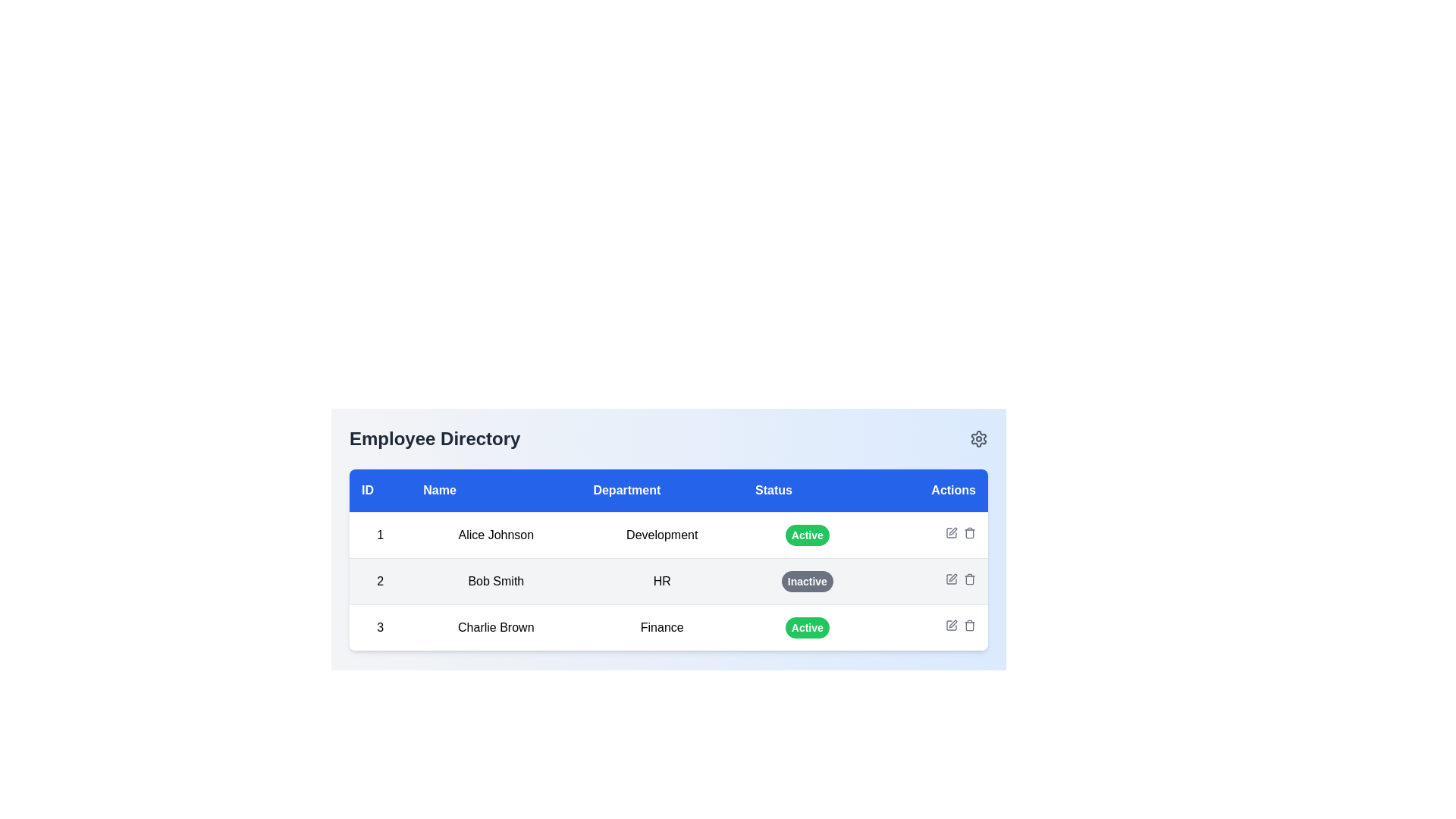  Describe the element at coordinates (968, 533) in the screenshot. I see `the delete action icon located in the 'Actions' column of the second row in the table` at that location.